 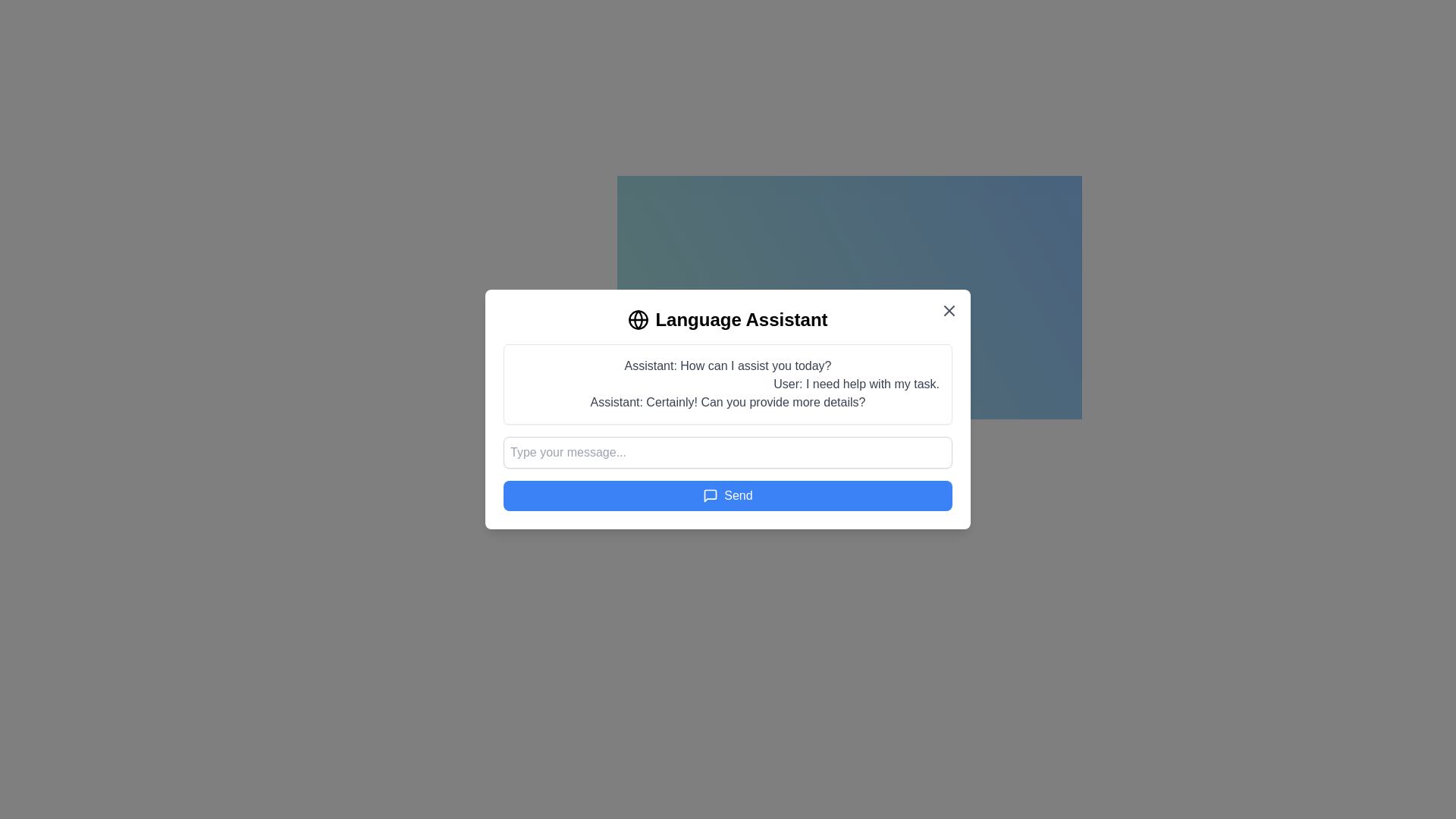 I want to click on the submission button located at the bottom of the input interface to send the message that has been typed in the text area above, so click(x=728, y=496).